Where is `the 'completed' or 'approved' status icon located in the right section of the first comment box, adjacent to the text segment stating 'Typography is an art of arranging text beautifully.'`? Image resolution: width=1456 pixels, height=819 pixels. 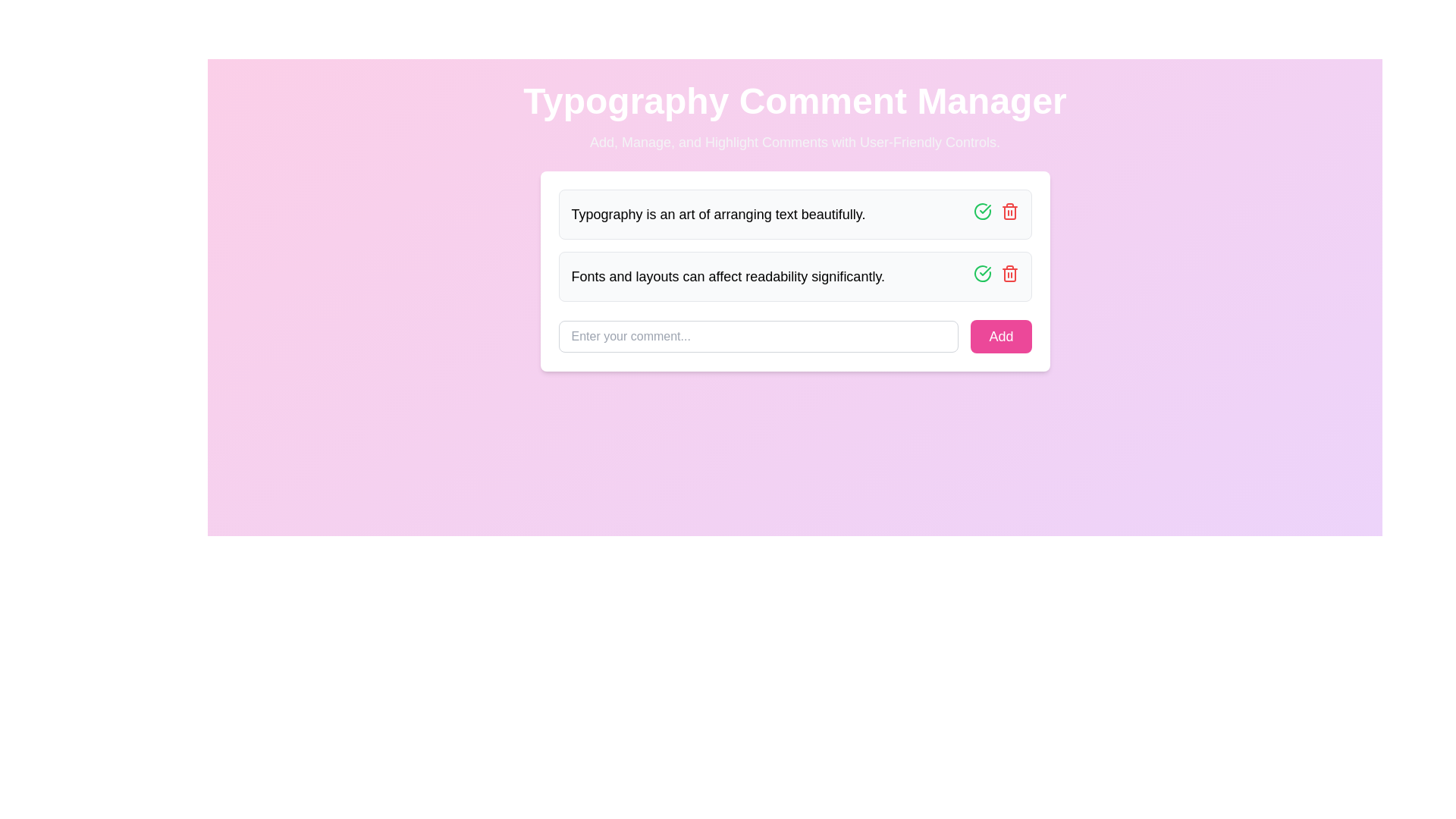 the 'completed' or 'approved' status icon located in the right section of the first comment box, adjacent to the text segment stating 'Typography is an art of arranging text beautifully.' is located at coordinates (982, 274).